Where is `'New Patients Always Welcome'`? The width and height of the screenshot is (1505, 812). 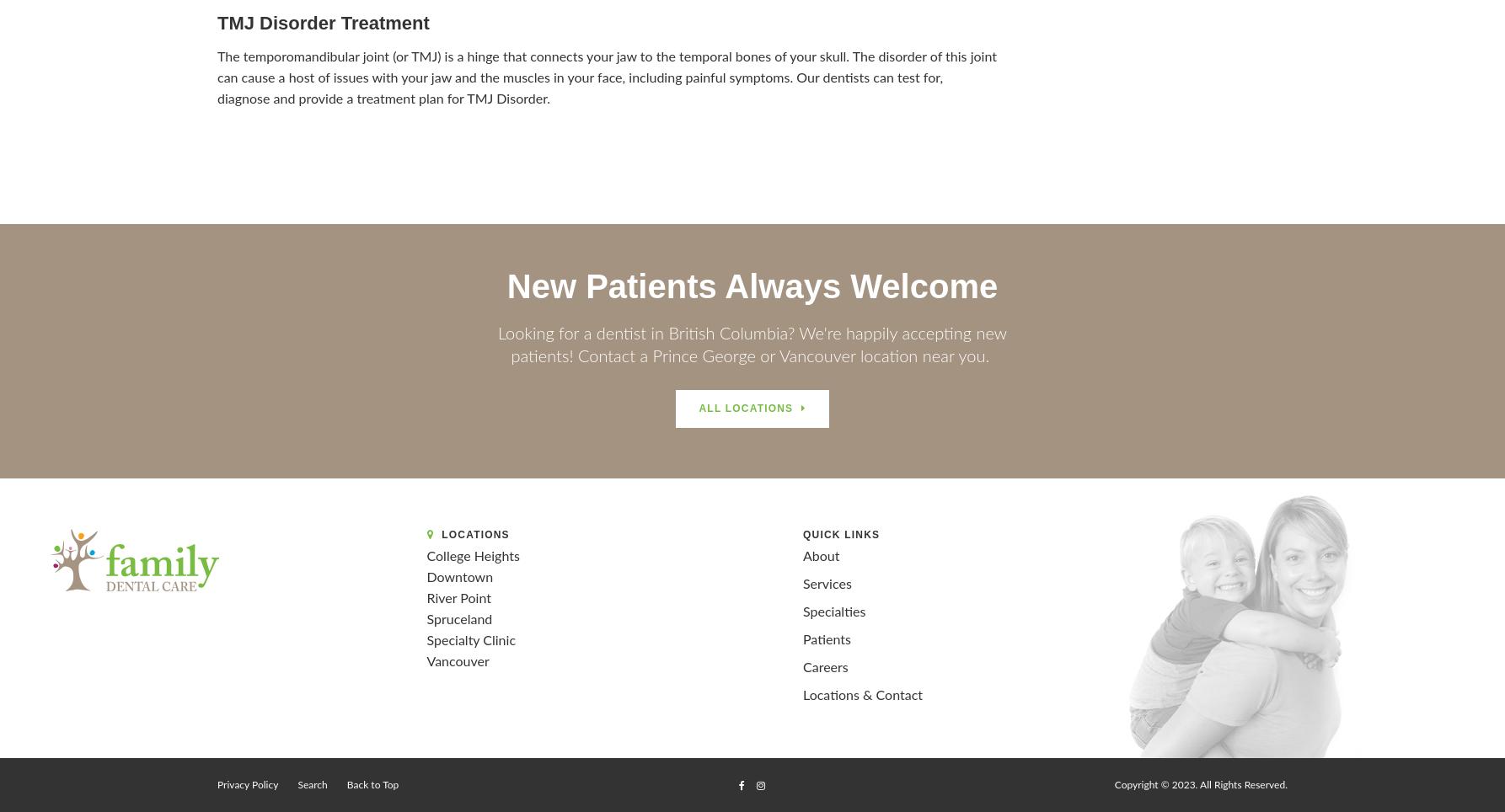
'New Patients Always Welcome' is located at coordinates (751, 286).